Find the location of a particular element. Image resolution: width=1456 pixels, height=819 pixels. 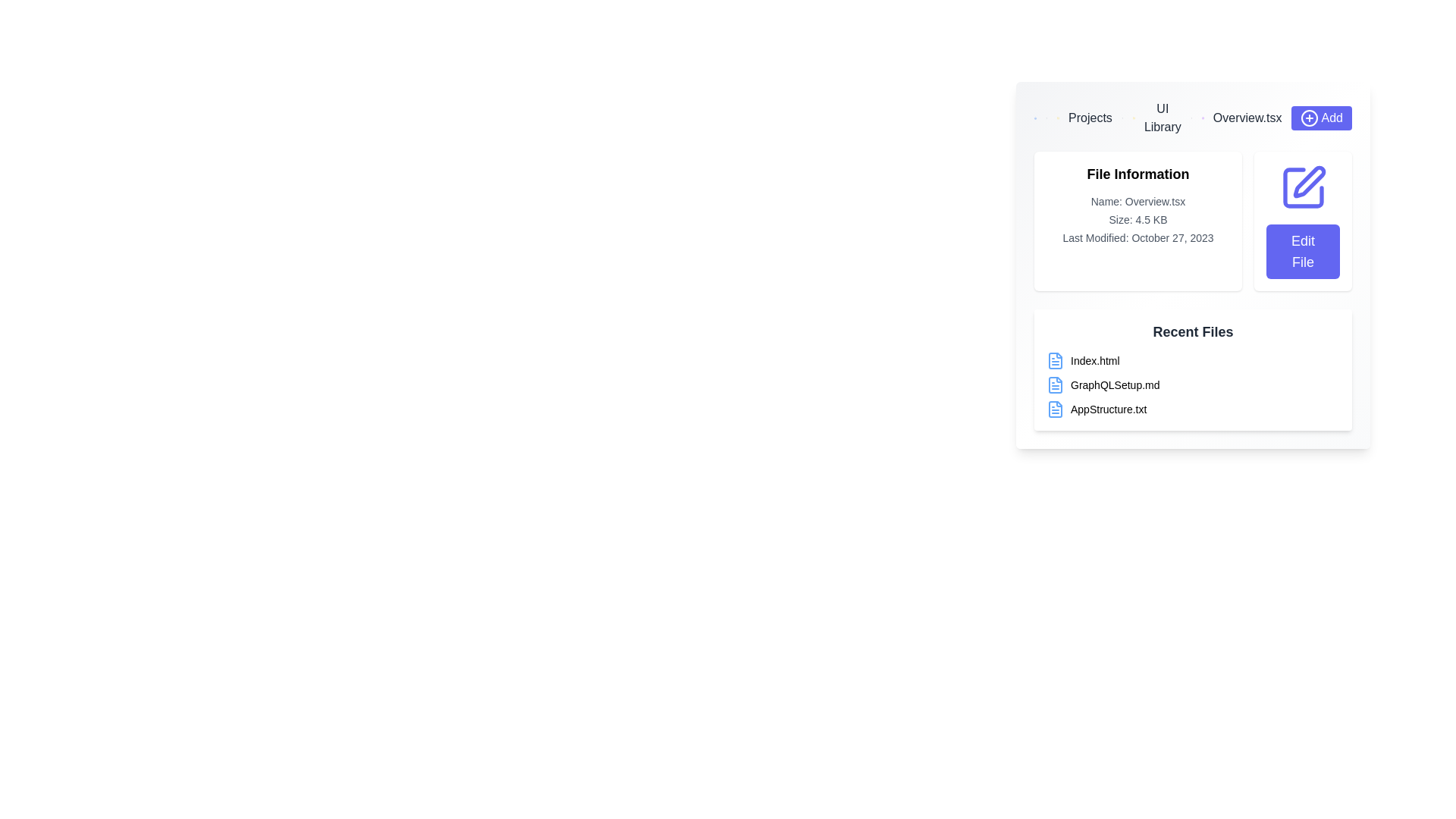

the 'Add' button in the breadcrumb navigation bar is located at coordinates (1192, 117).